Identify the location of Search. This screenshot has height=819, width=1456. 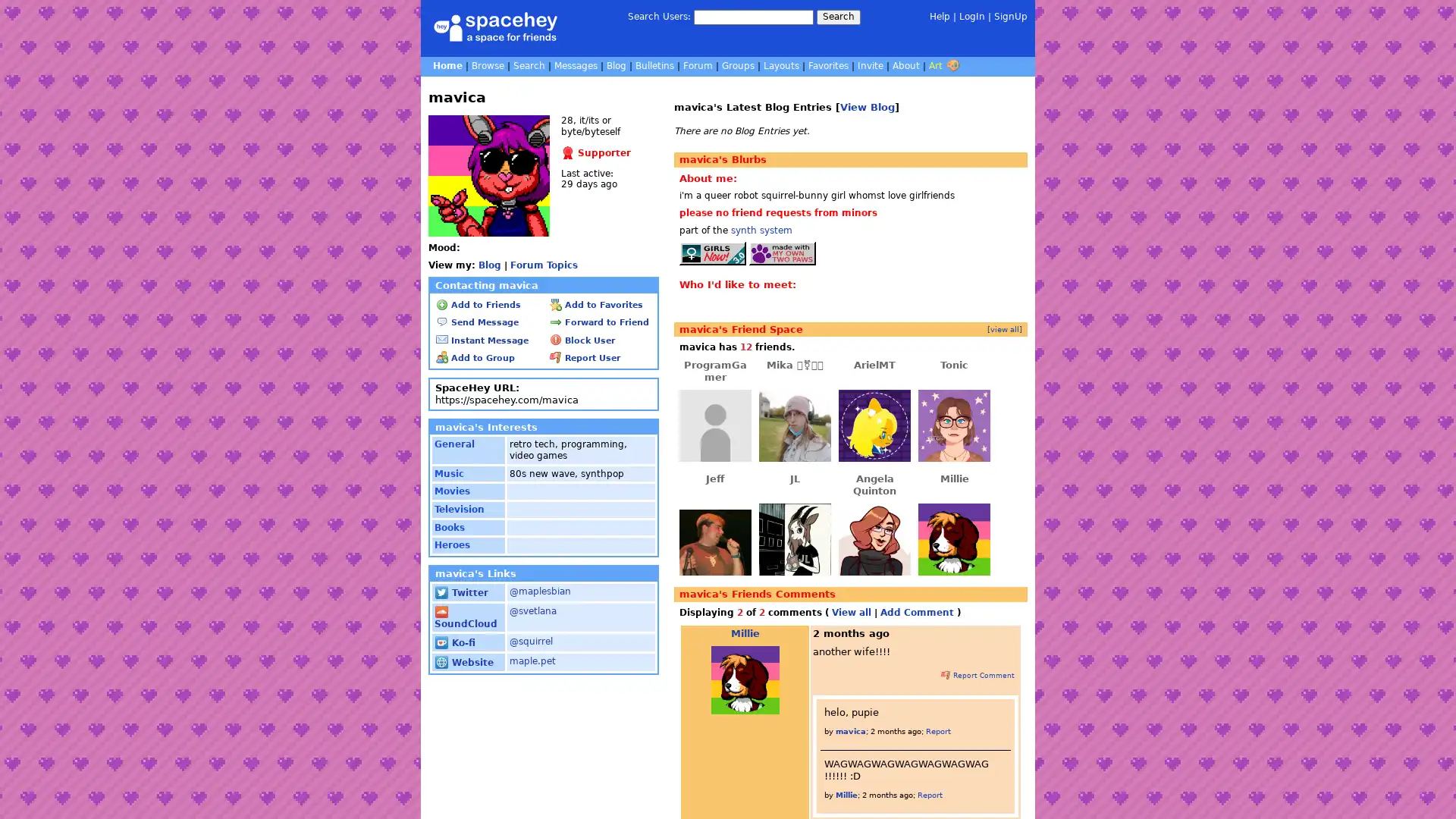
(836, 17).